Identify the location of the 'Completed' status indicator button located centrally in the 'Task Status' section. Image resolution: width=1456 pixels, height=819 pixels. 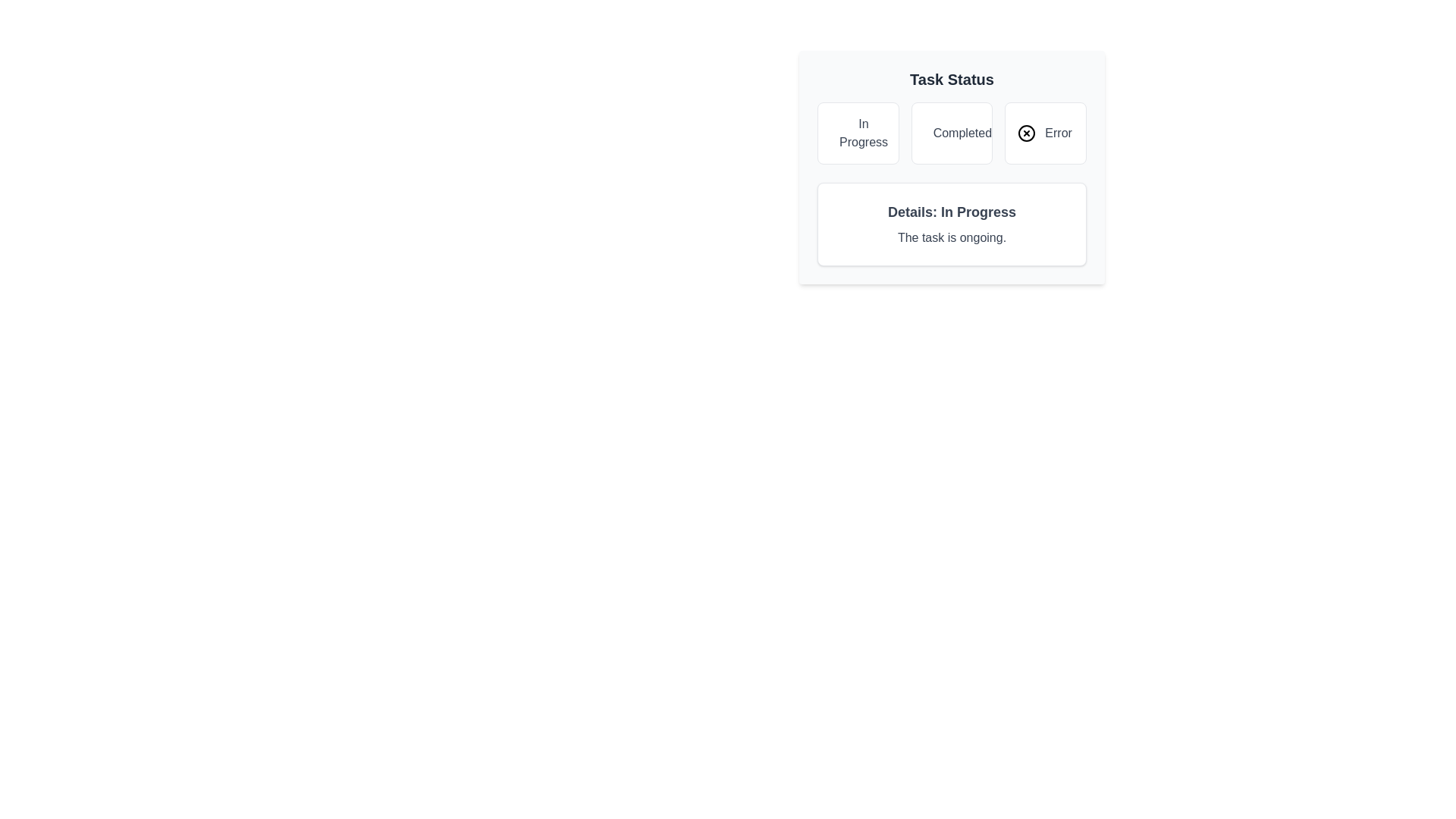
(951, 133).